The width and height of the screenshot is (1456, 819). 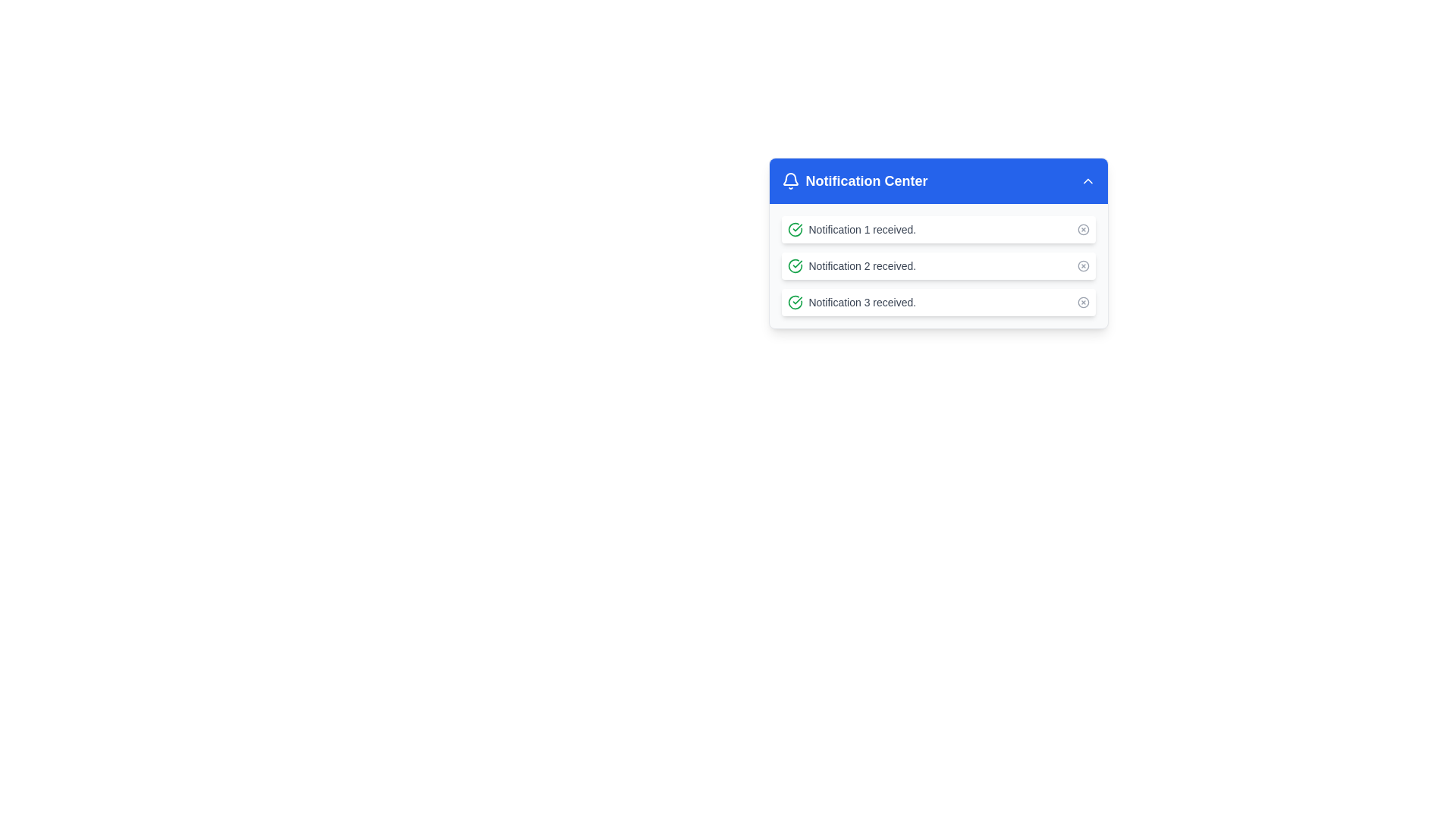 What do you see at coordinates (794, 302) in the screenshot?
I see `the success acknowledgment icon located to the left of the notification text 'Notification 3 received.' in the notification list` at bounding box center [794, 302].